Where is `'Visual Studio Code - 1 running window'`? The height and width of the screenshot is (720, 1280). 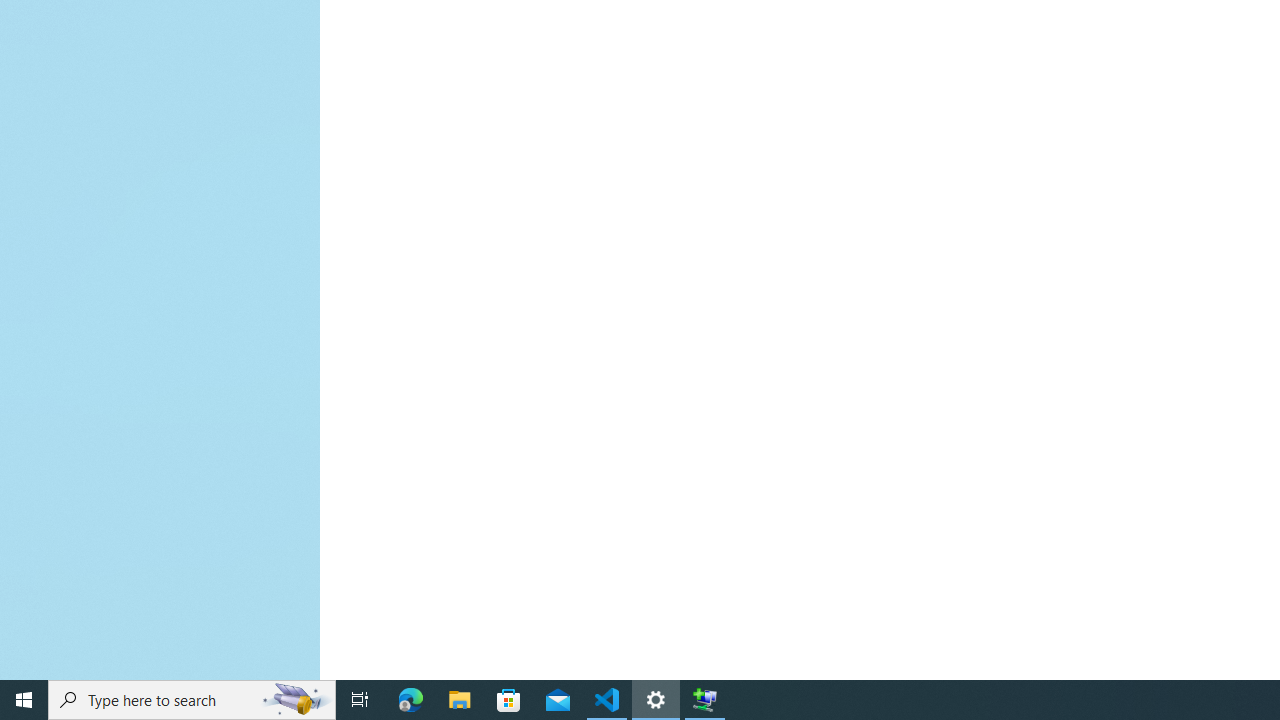 'Visual Studio Code - 1 running window' is located at coordinates (606, 698).